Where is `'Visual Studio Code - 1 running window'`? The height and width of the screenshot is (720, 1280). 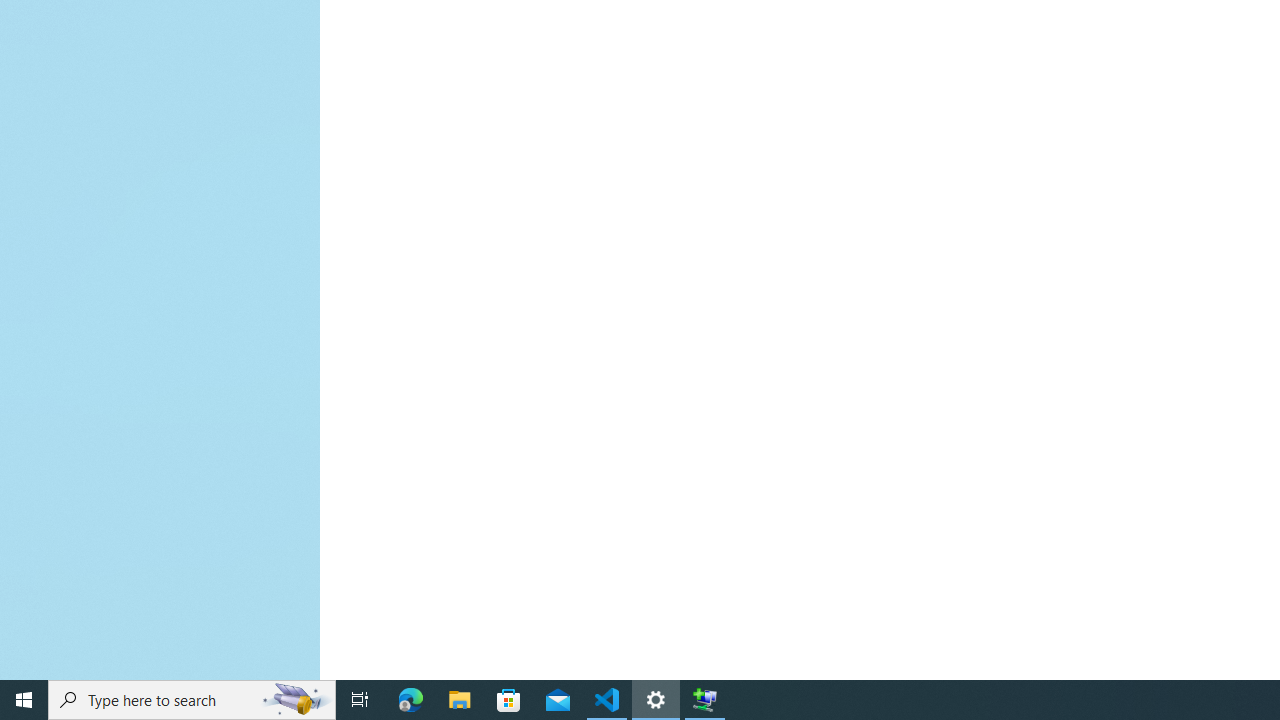 'Visual Studio Code - 1 running window' is located at coordinates (606, 698).